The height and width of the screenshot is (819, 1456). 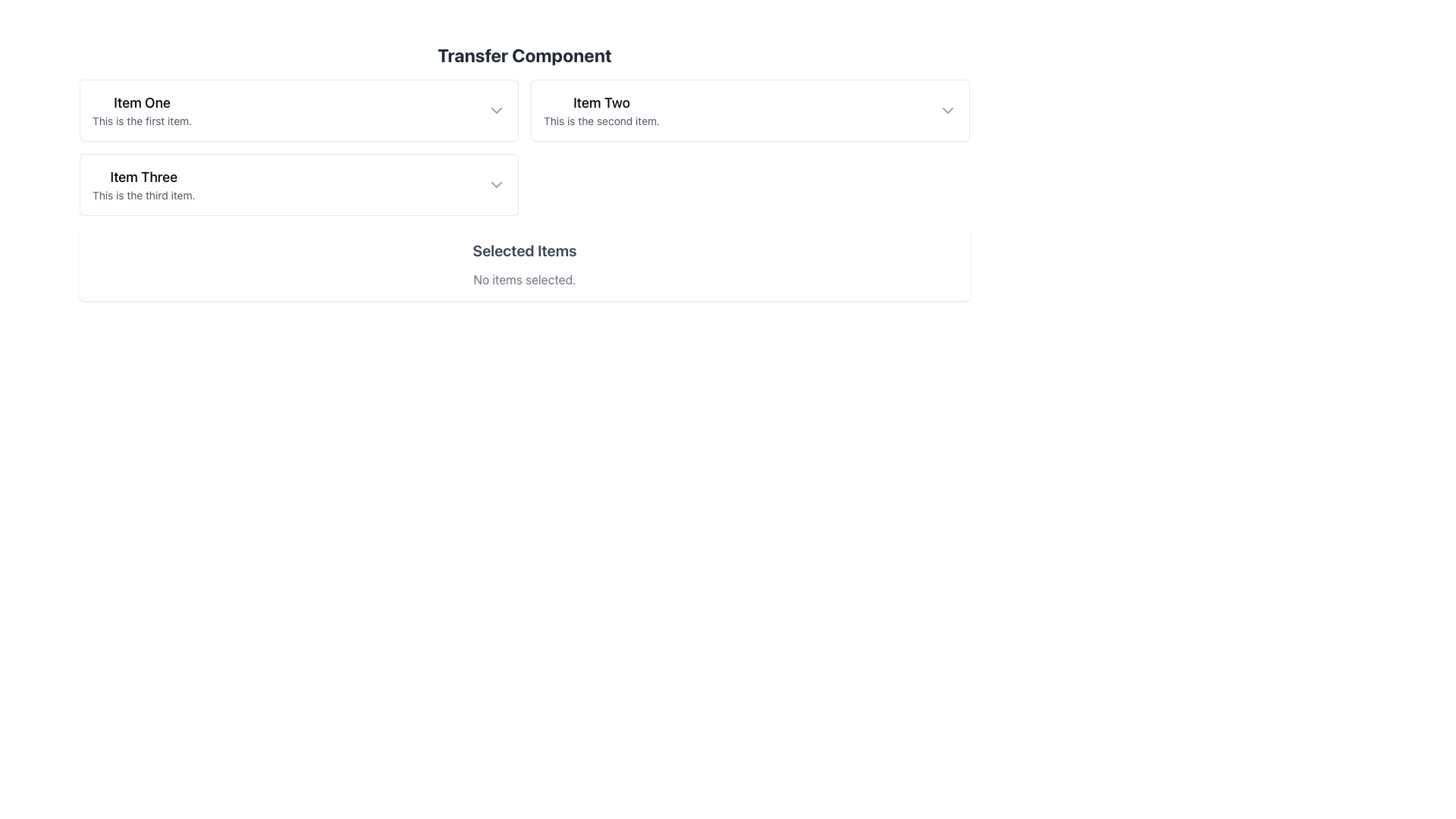 What do you see at coordinates (524, 250) in the screenshot?
I see `the Text Label that serves as a header for the section, located within a white, rounded rectangle directly below the main dropdown list area` at bounding box center [524, 250].